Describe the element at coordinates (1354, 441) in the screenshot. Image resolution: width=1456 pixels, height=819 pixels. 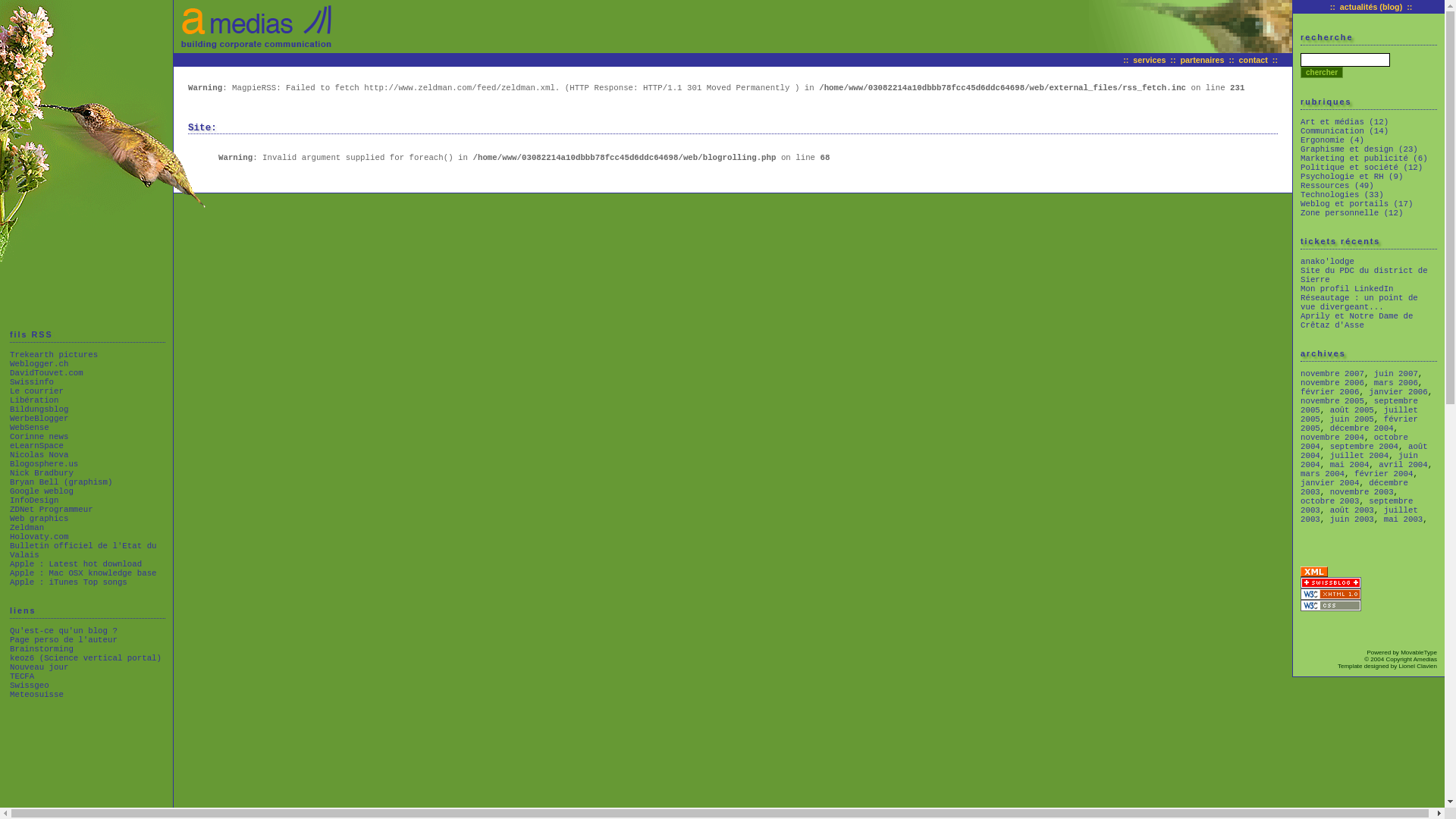
I see `'octobre 2004'` at that location.